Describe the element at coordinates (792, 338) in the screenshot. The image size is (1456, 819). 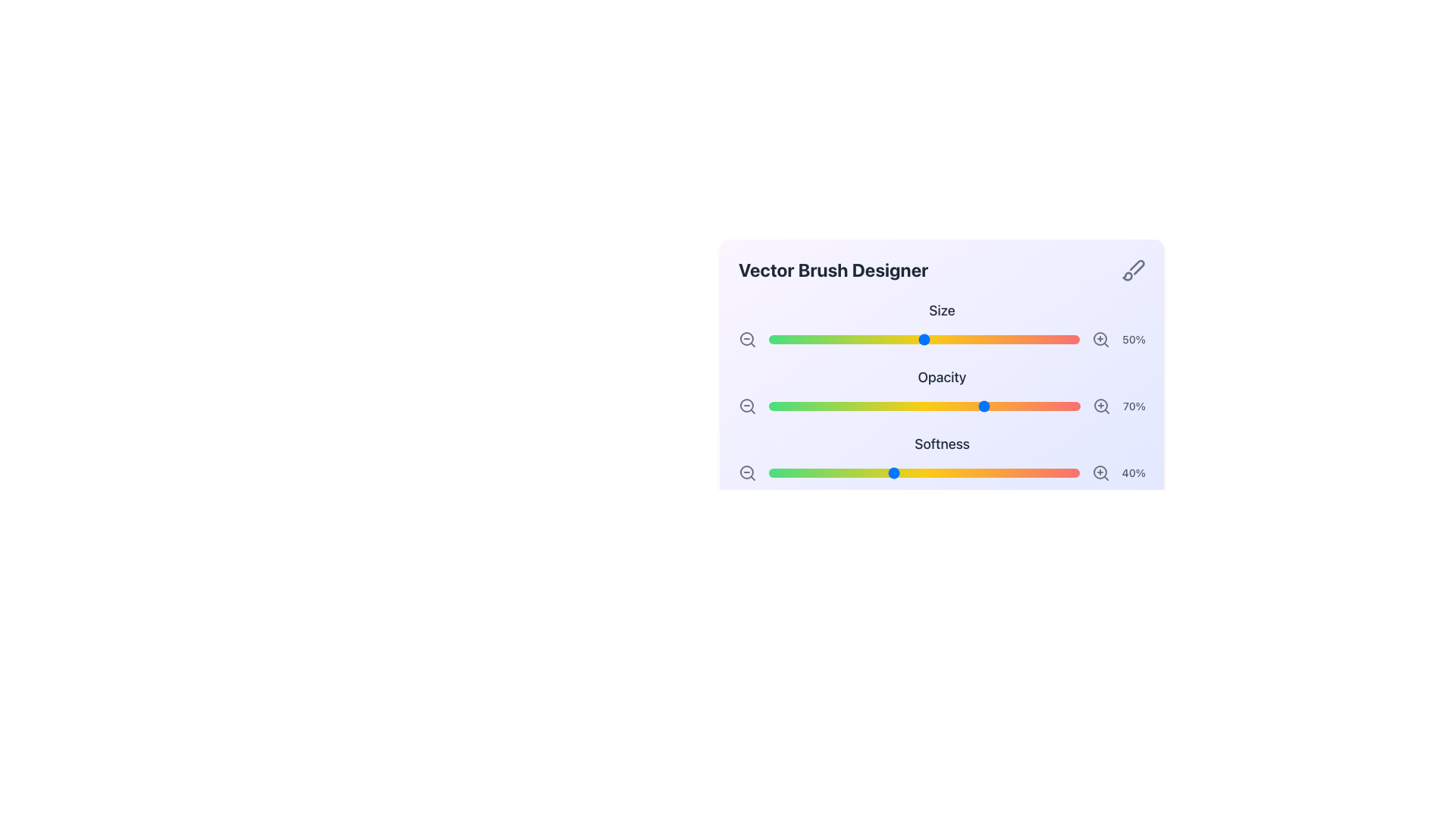
I see `the size` at that location.